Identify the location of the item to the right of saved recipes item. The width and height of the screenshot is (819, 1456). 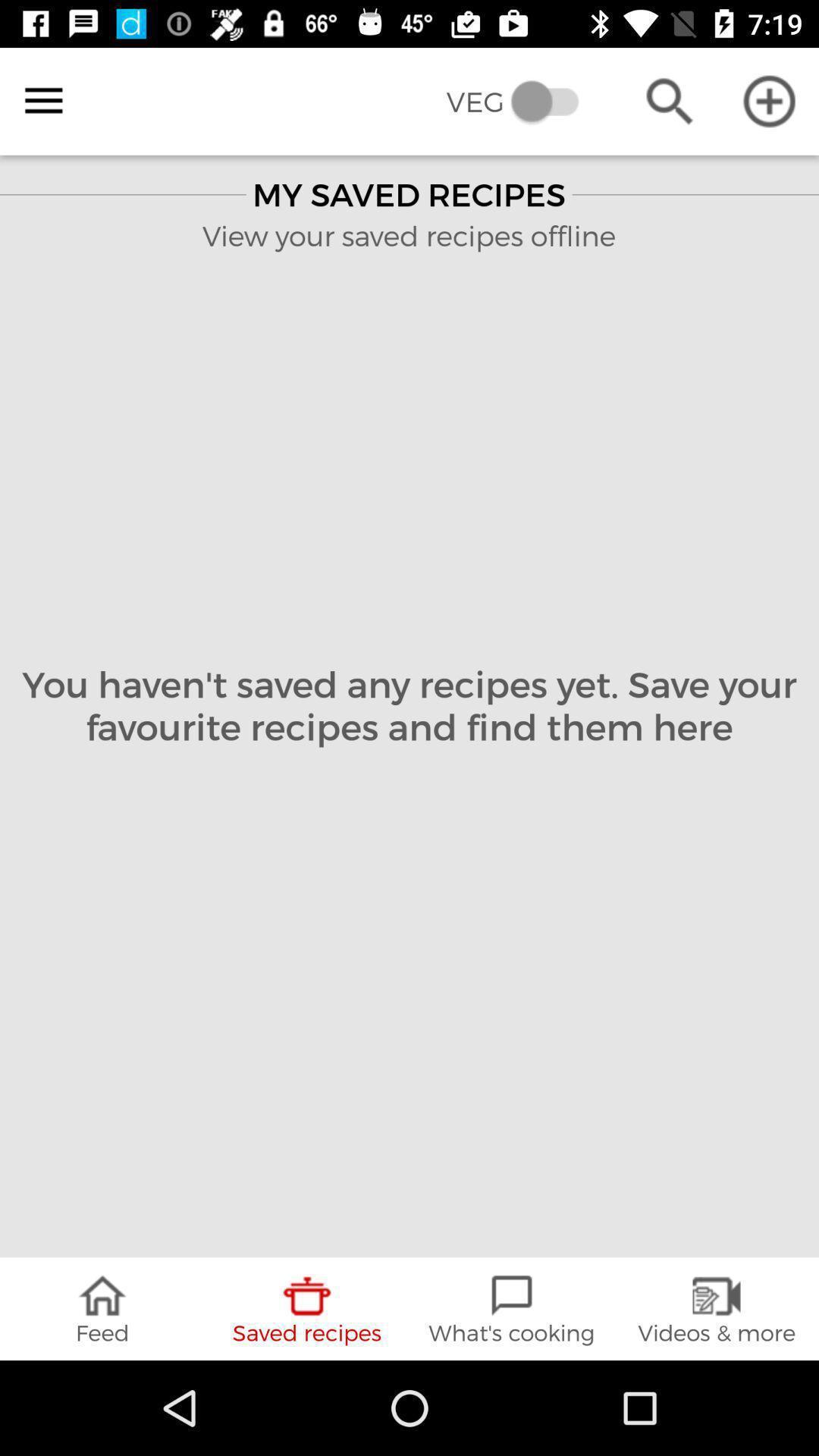
(512, 1308).